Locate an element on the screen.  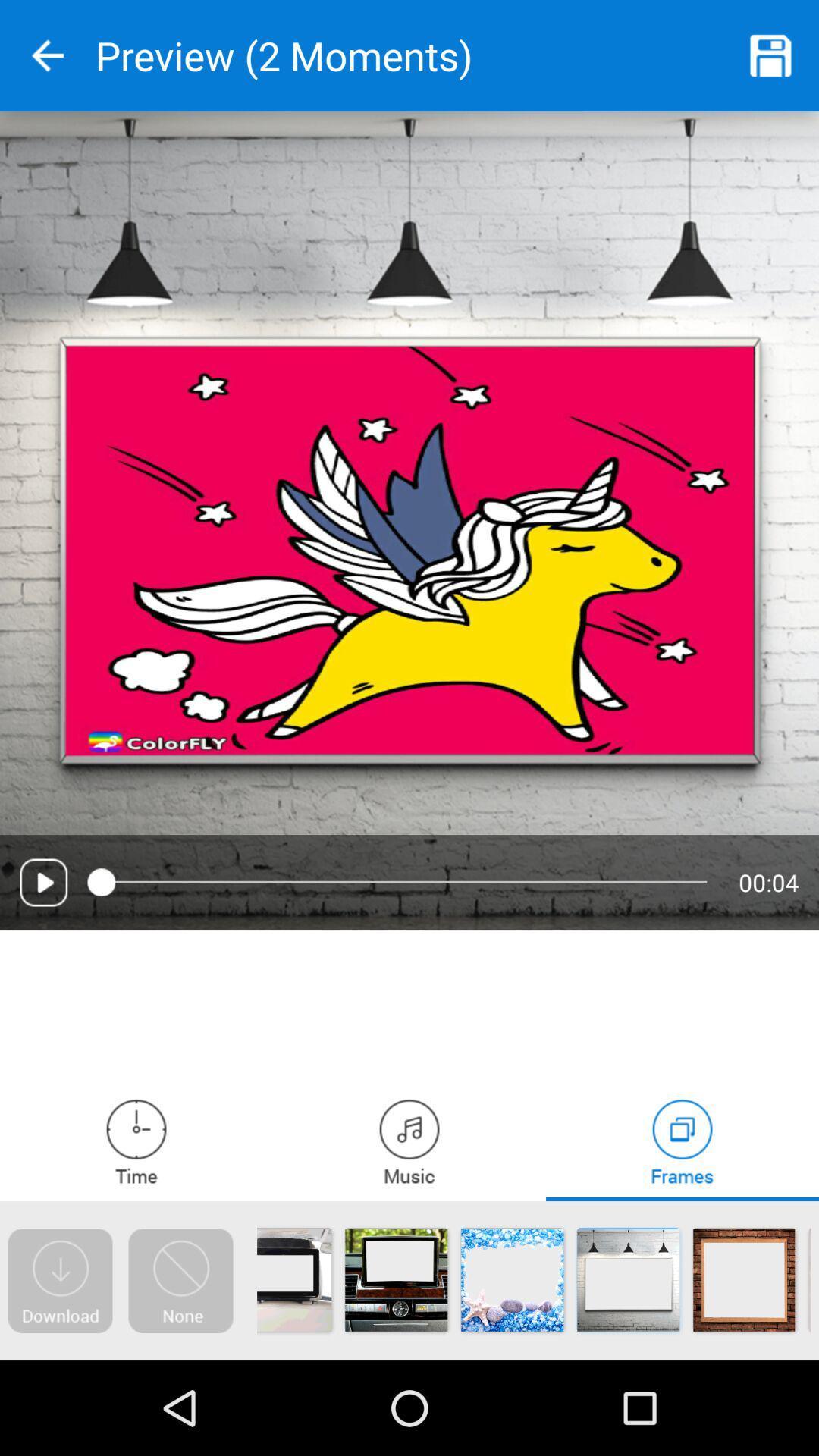
download the video is located at coordinates (59, 1280).